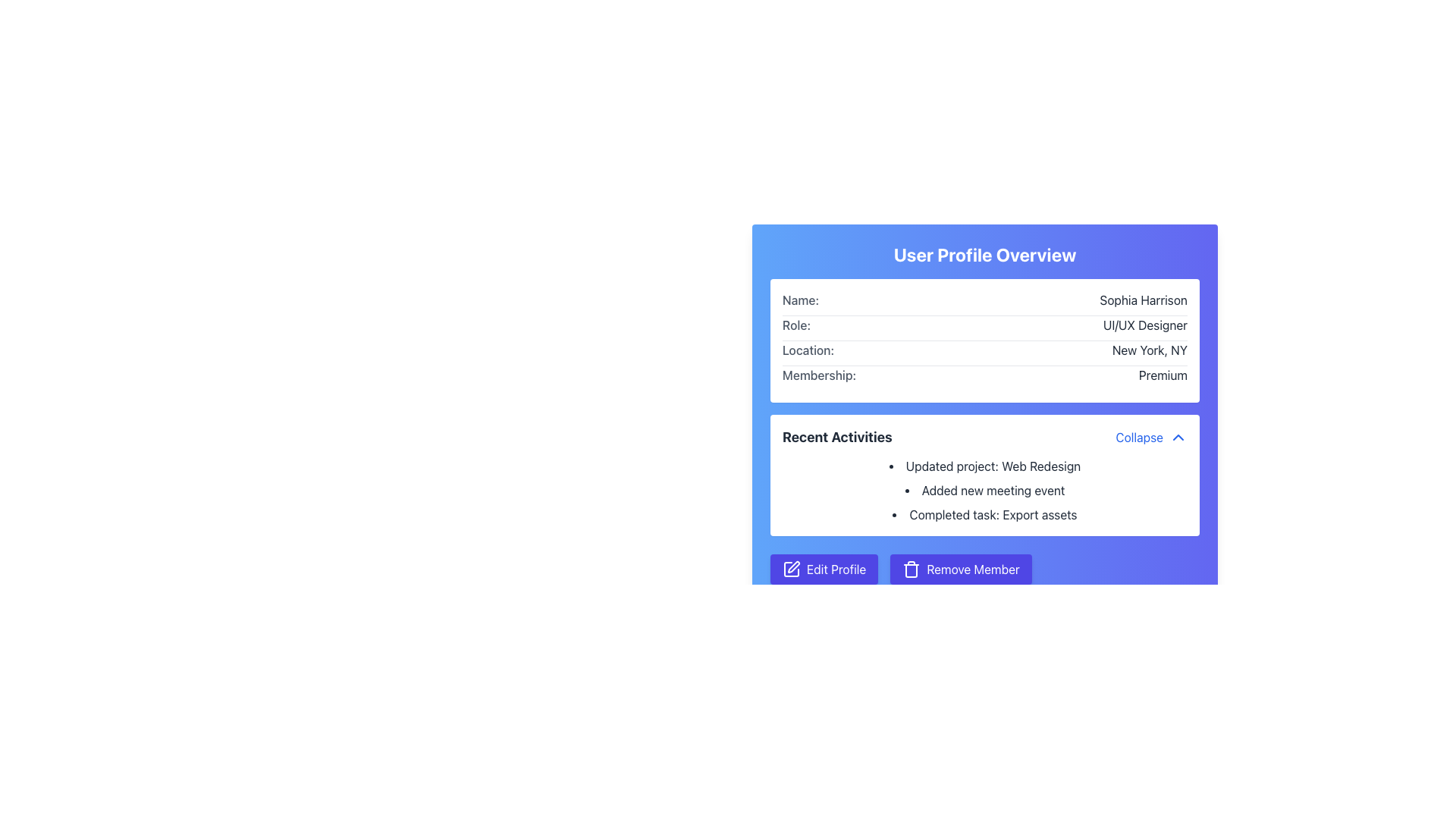 This screenshot has width=1456, height=819. What do you see at coordinates (985, 570) in the screenshot?
I see `the 'Remove Member' button located in the bottom-right of the 'User Profile Overview' section, following the 'Recent Activities' list` at bounding box center [985, 570].